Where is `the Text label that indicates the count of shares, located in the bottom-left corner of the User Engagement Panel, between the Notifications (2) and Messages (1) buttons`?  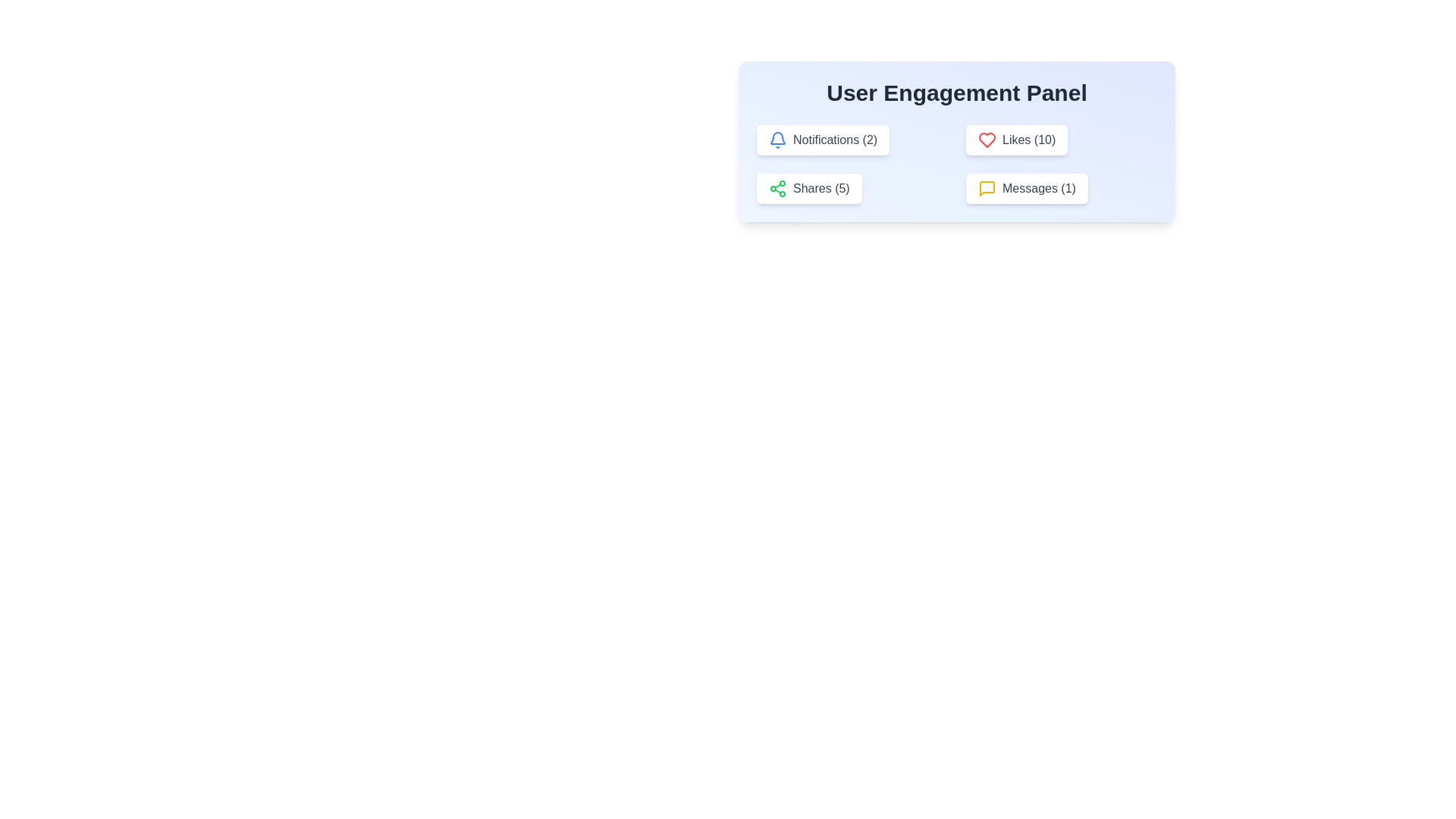 the Text label that indicates the count of shares, located in the bottom-left corner of the User Engagement Panel, between the Notifications (2) and Messages (1) buttons is located at coordinates (821, 188).